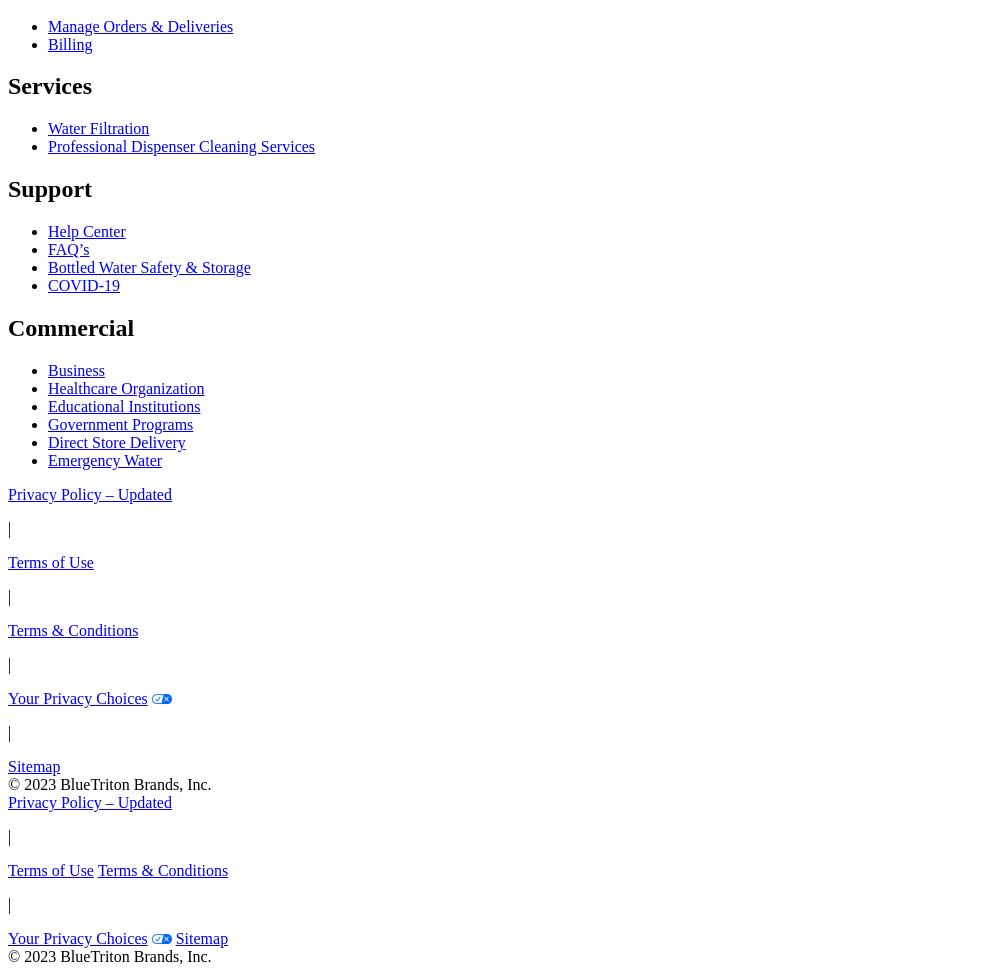 Image resolution: width=1000 pixels, height=971 pixels. I want to click on 'Terms &
                                Conditions', so click(72, 628).